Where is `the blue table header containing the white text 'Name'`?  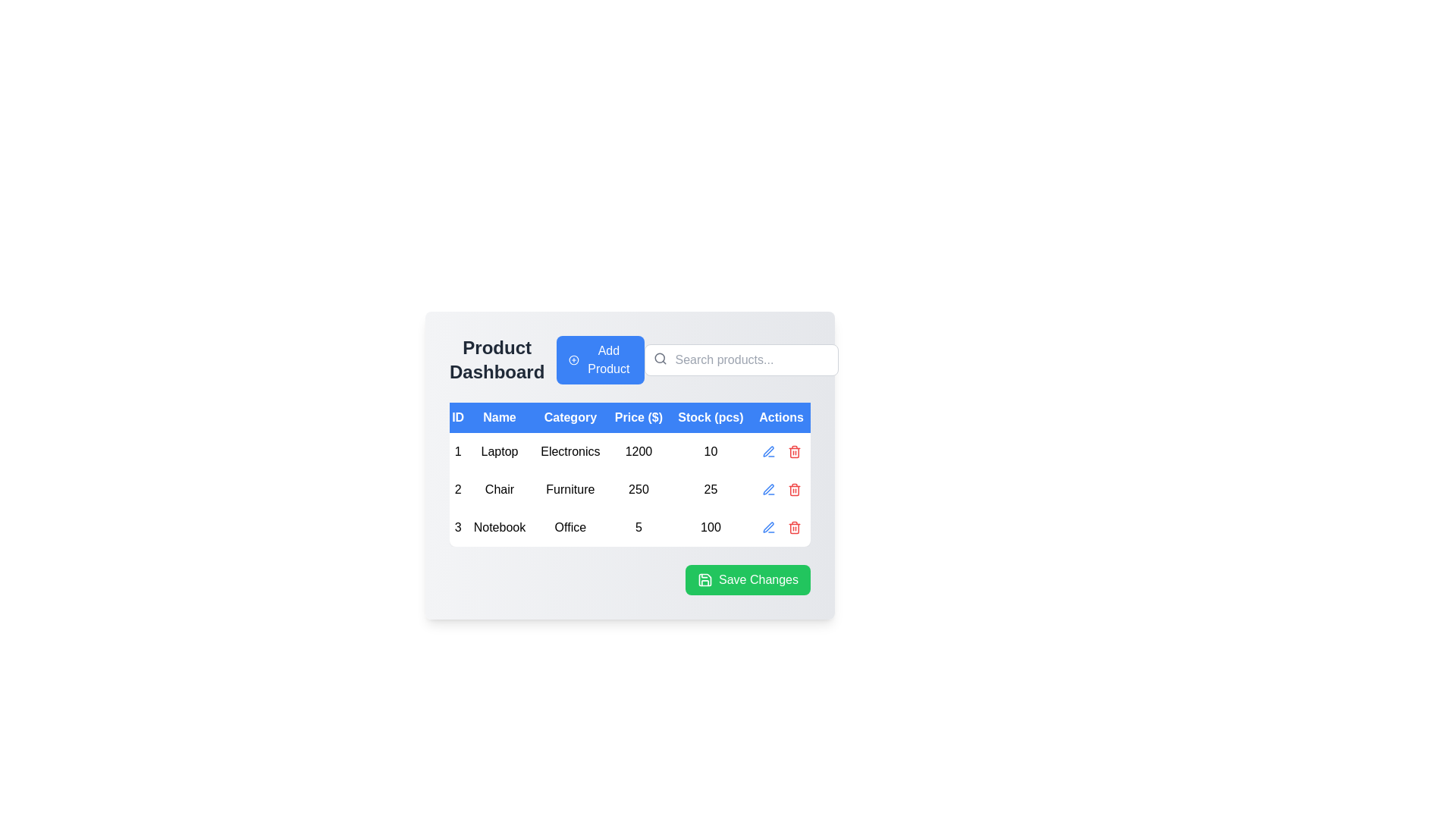
the blue table header containing the white text 'Name' is located at coordinates (499, 418).